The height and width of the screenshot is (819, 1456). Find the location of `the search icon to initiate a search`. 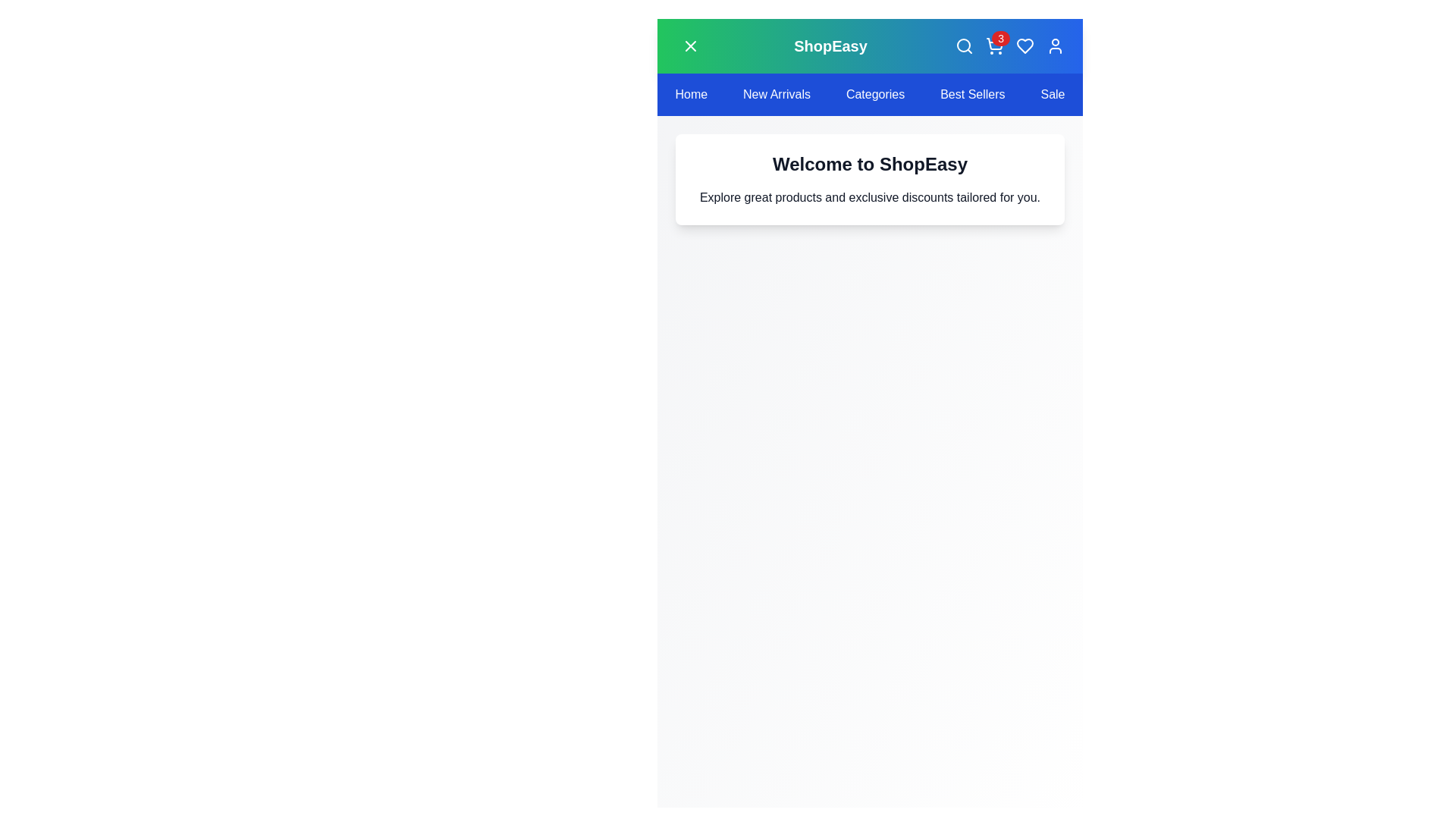

the search icon to initiate a search is located at coordinates (964, 45).